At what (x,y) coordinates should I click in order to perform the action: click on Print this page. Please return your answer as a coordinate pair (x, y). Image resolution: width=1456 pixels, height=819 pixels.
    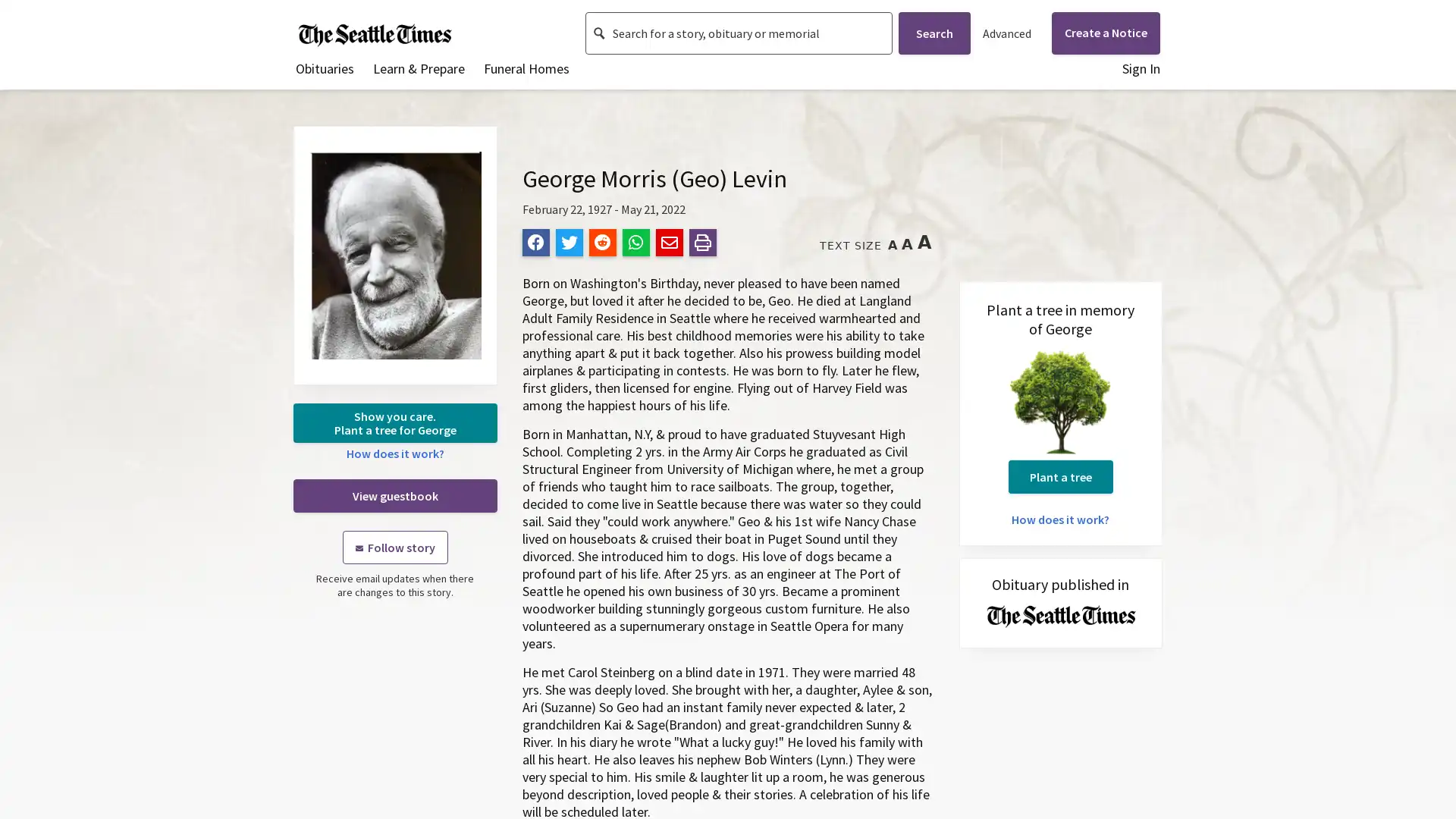
    Looking at the image, I should click on (701, 242).